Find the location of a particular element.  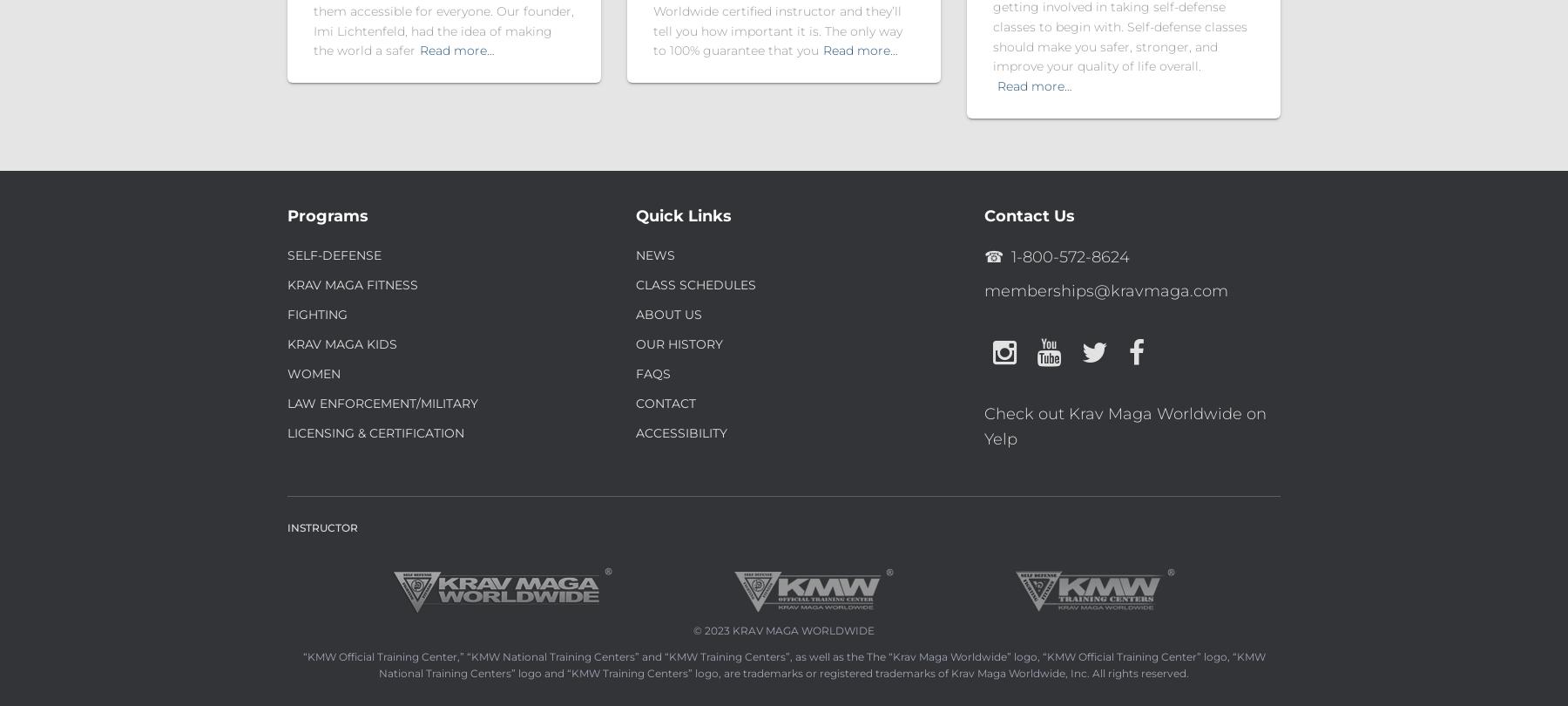

'Class Schedules' is located at coordinates (635, 283).